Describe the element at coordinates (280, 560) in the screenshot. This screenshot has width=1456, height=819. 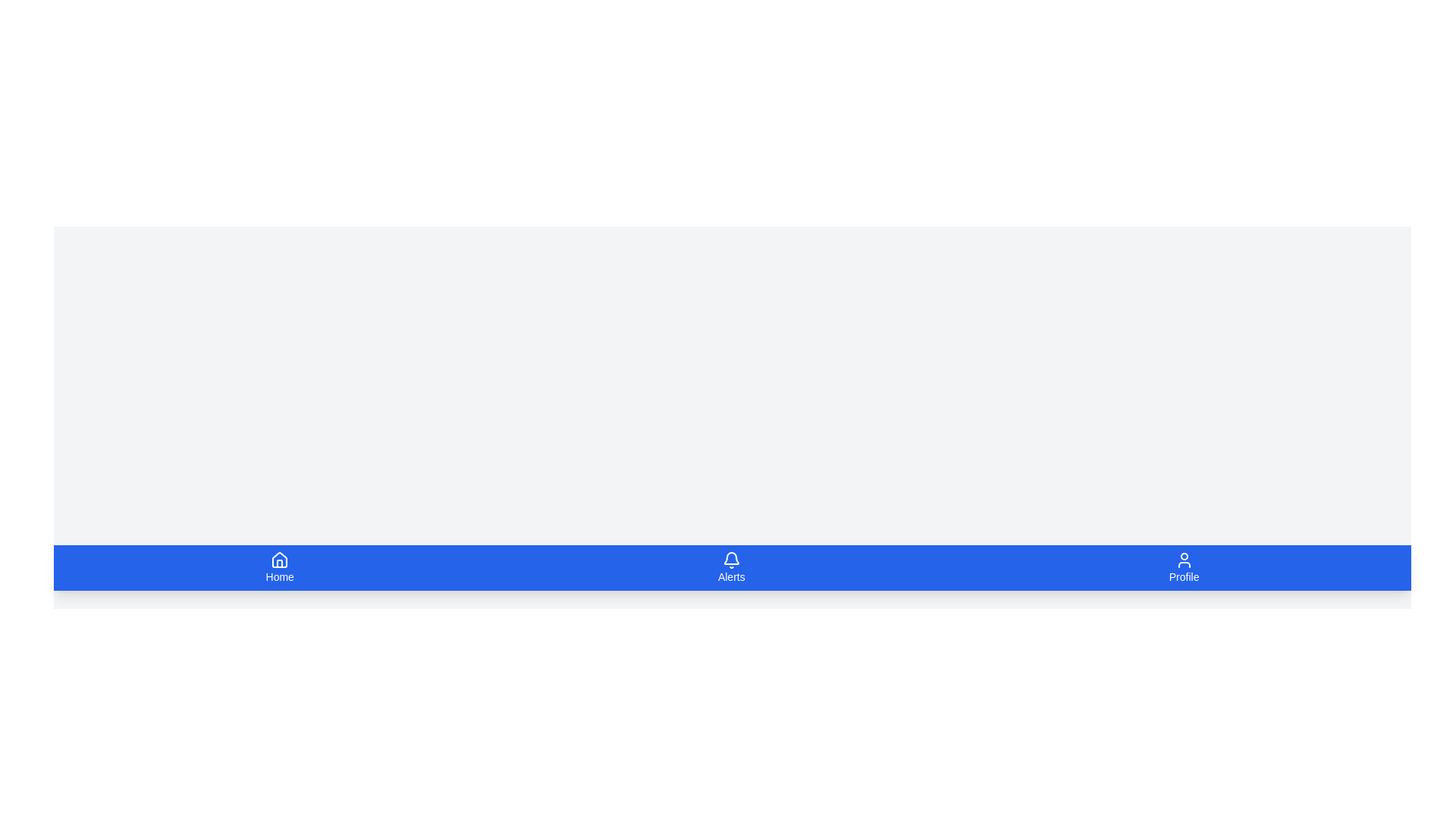
I see `the 'Home' icon located` at that location.